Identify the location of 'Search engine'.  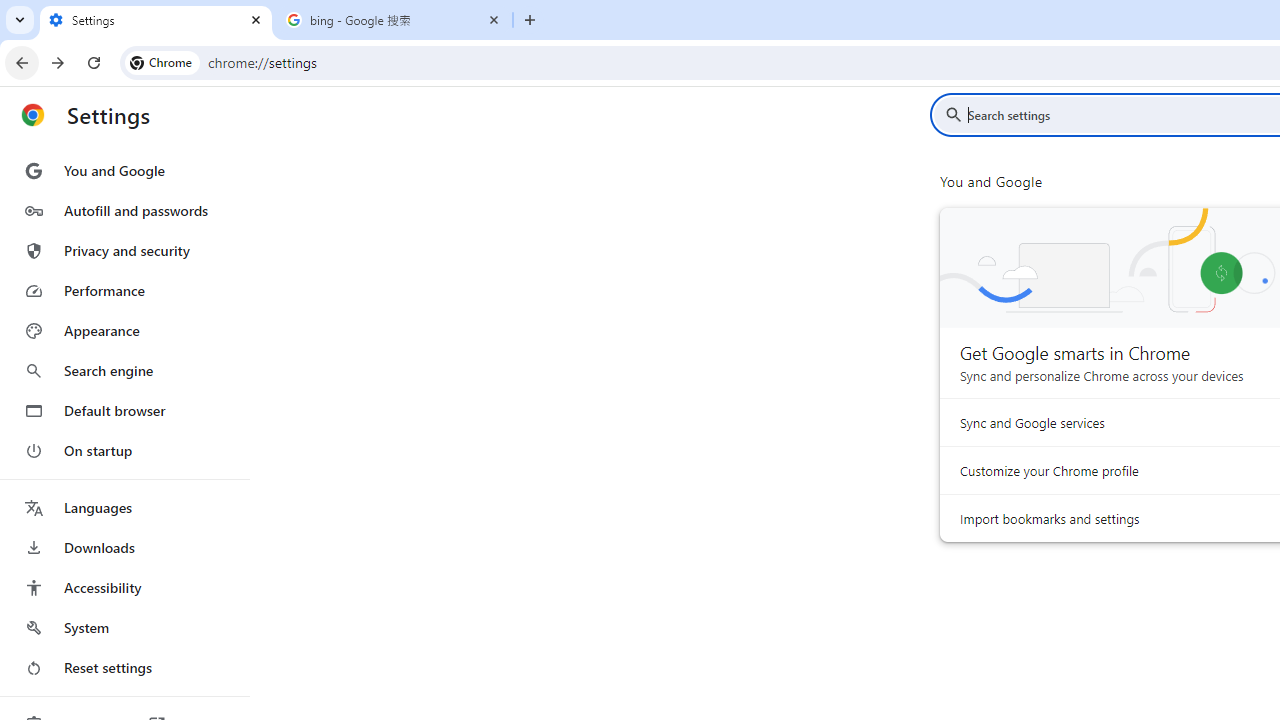
(123, 371).